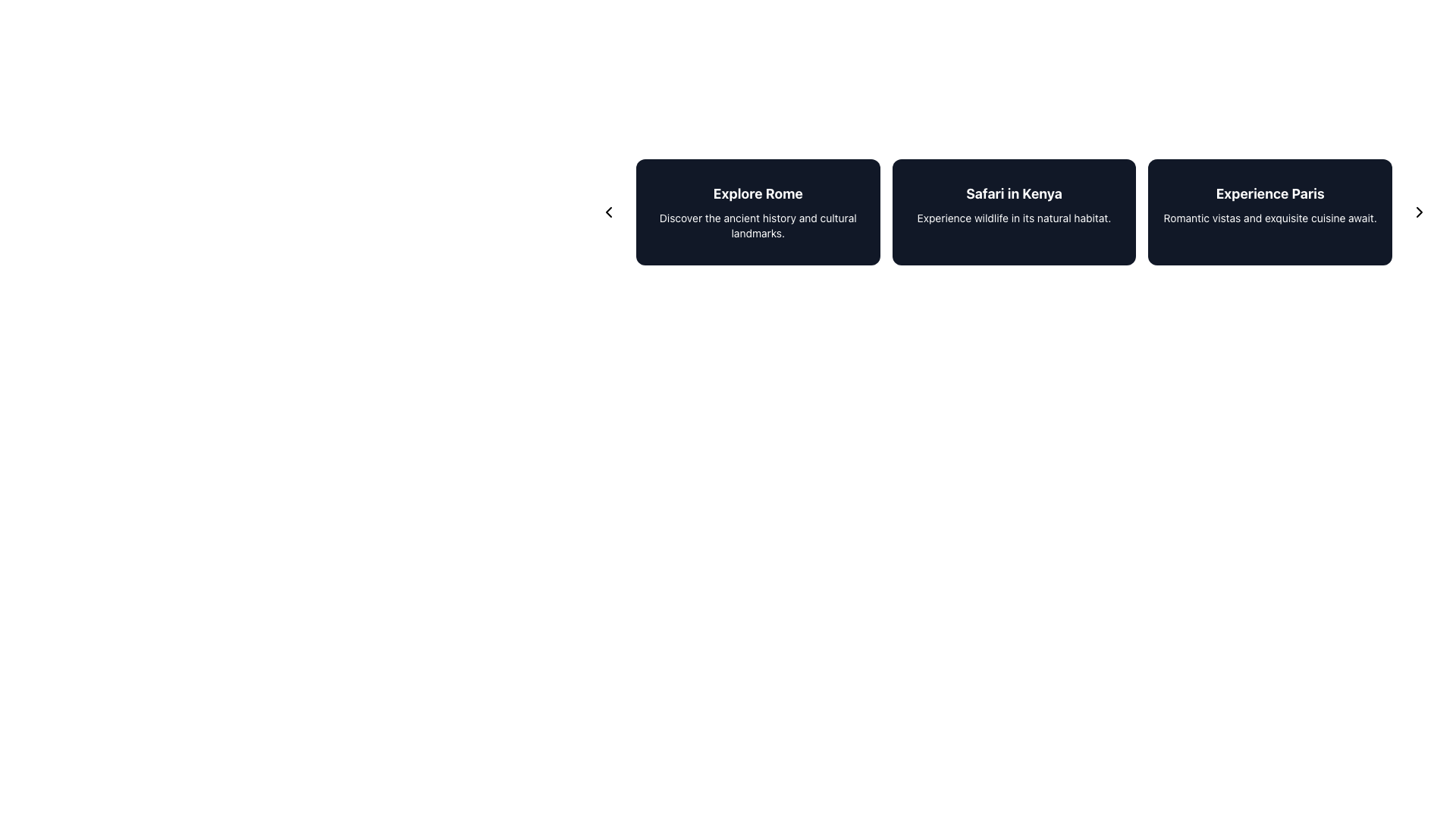 The image size is (1456, 819). Describe the element at coordinates (1419, 212) in the screenshot. I see `the navigational control icon located in the center-right of the 'Experience Paris' card to proceed to the next set of items` at that location.